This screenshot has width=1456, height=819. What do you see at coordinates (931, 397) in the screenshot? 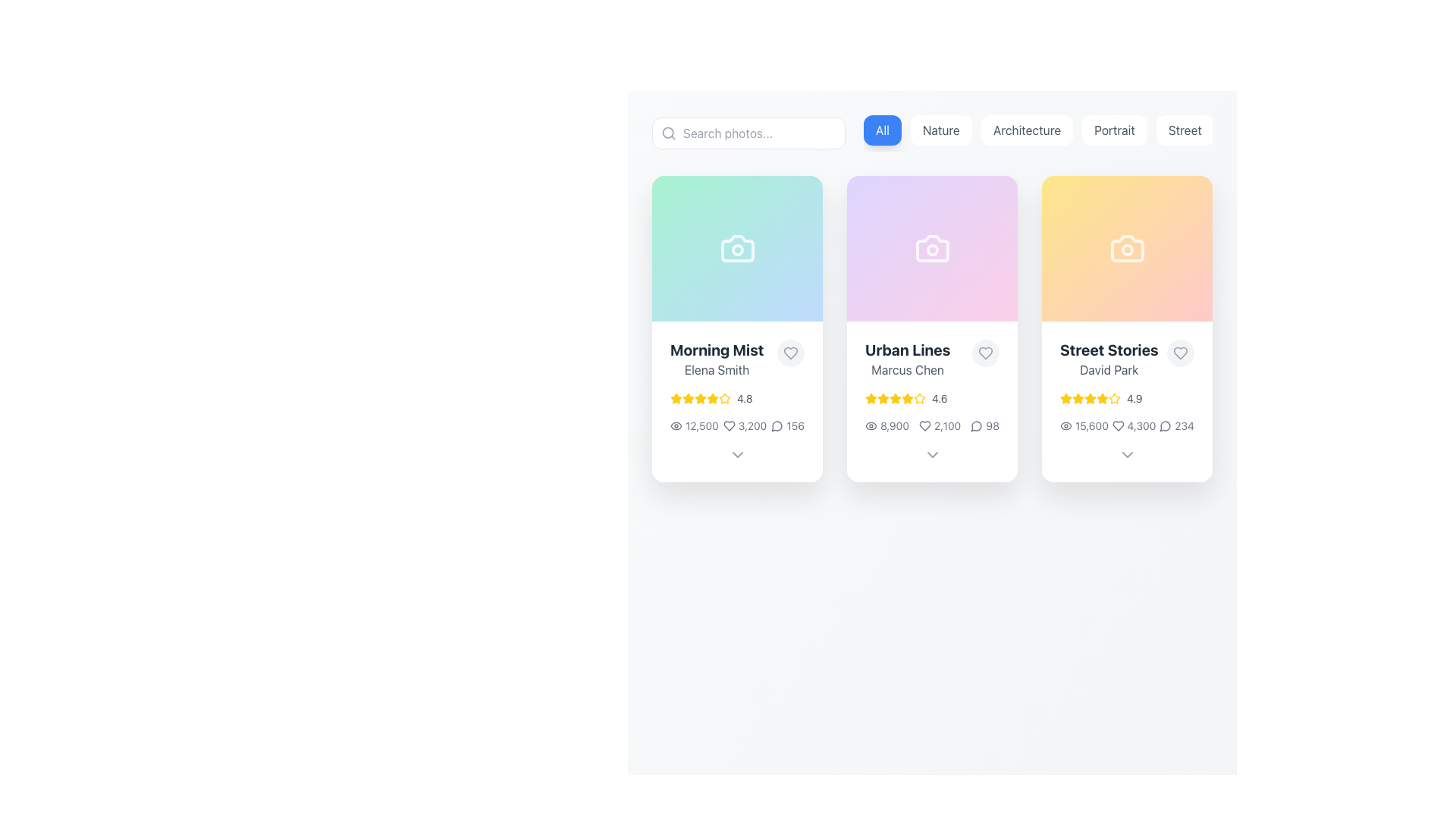
I see `the Rating Display Component showing 4.6 average rating with five yellow stars, located in the 'Urban Lines' card near the top center of the interface` at bounding box center [931, 397].